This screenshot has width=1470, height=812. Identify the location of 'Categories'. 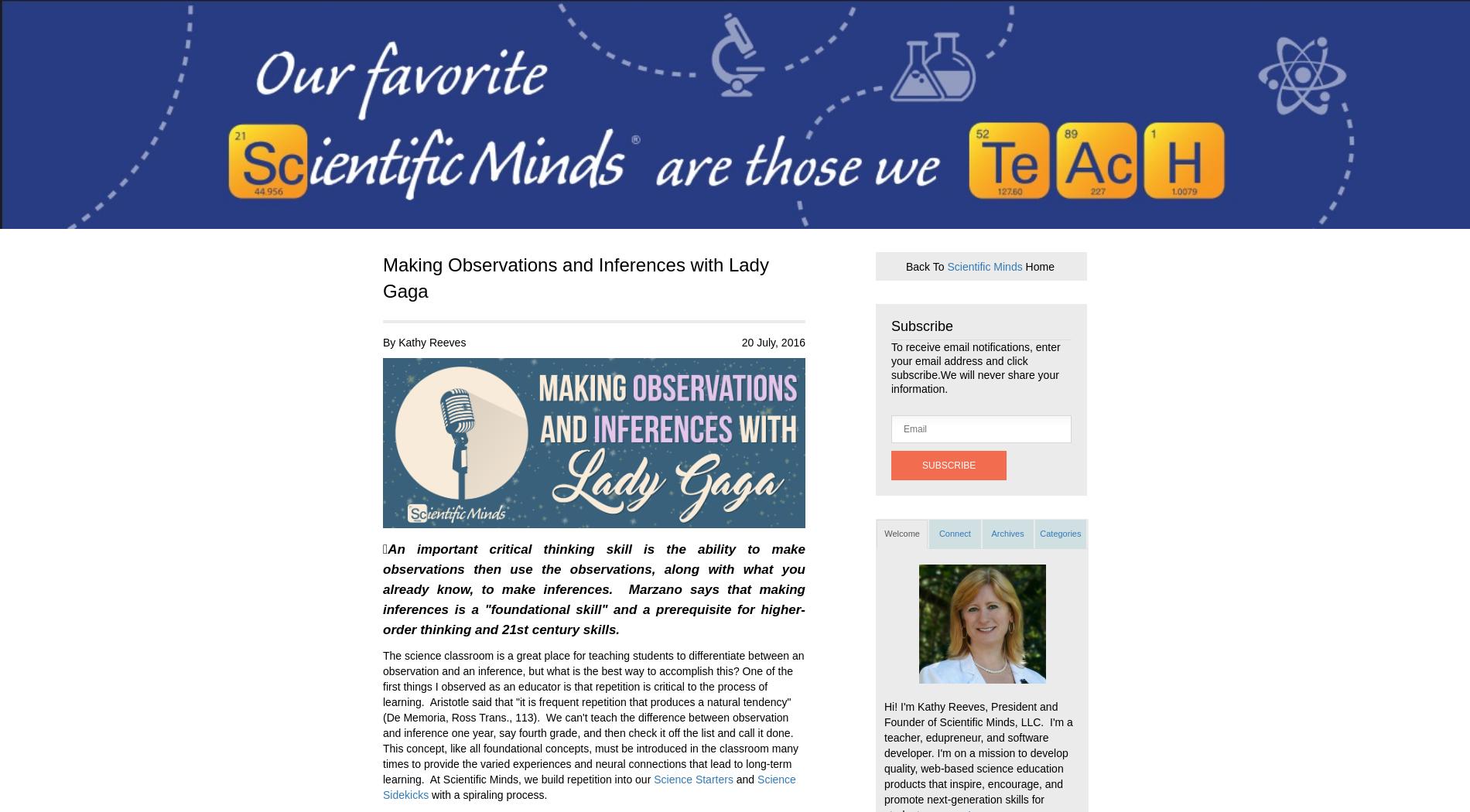
(1059, 533).